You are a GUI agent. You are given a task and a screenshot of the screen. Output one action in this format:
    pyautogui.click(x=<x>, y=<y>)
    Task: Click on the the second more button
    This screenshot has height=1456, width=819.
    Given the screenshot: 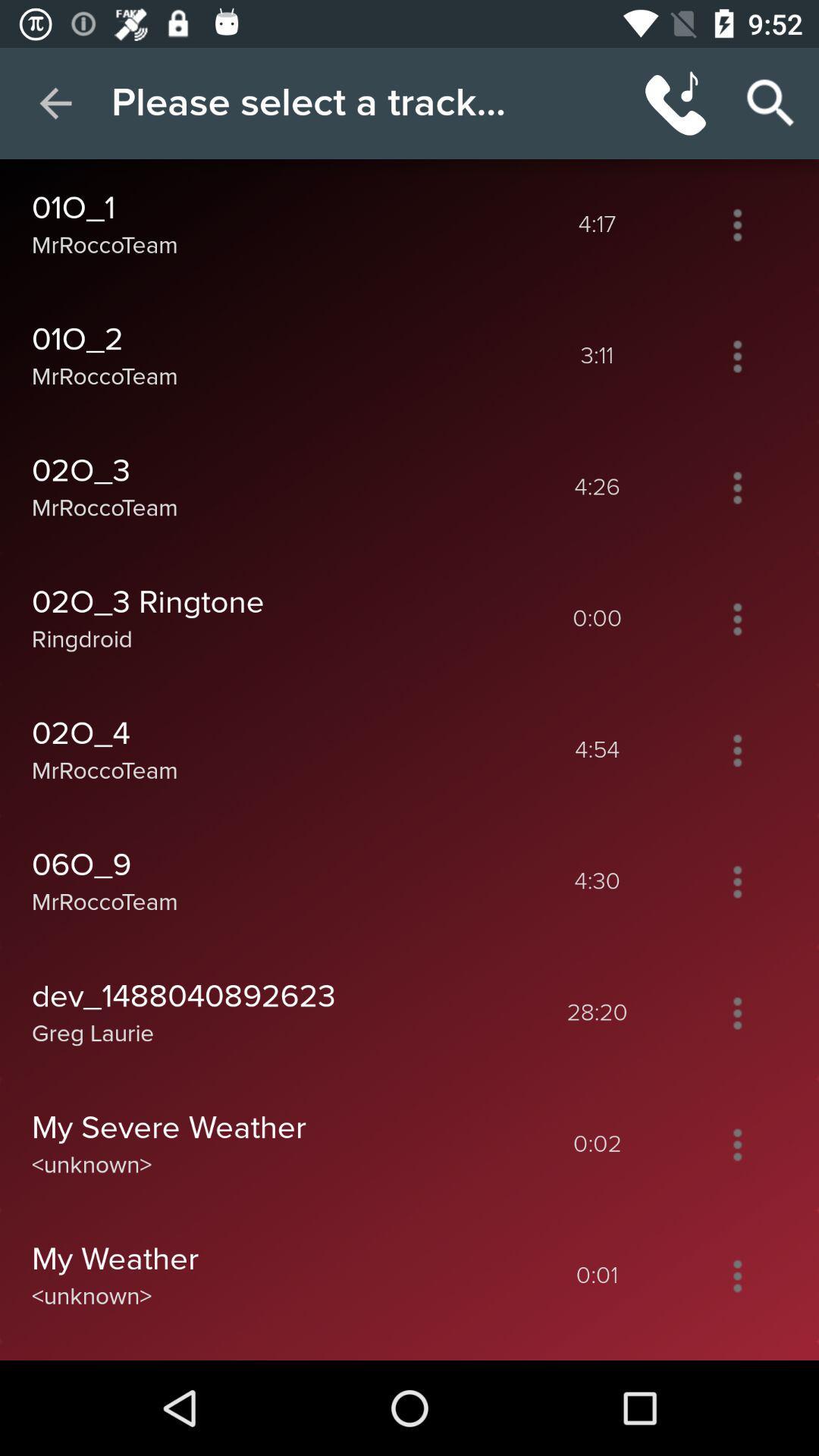 What is the action you would take?
    pyautogui.click(x=736, y=356)
    